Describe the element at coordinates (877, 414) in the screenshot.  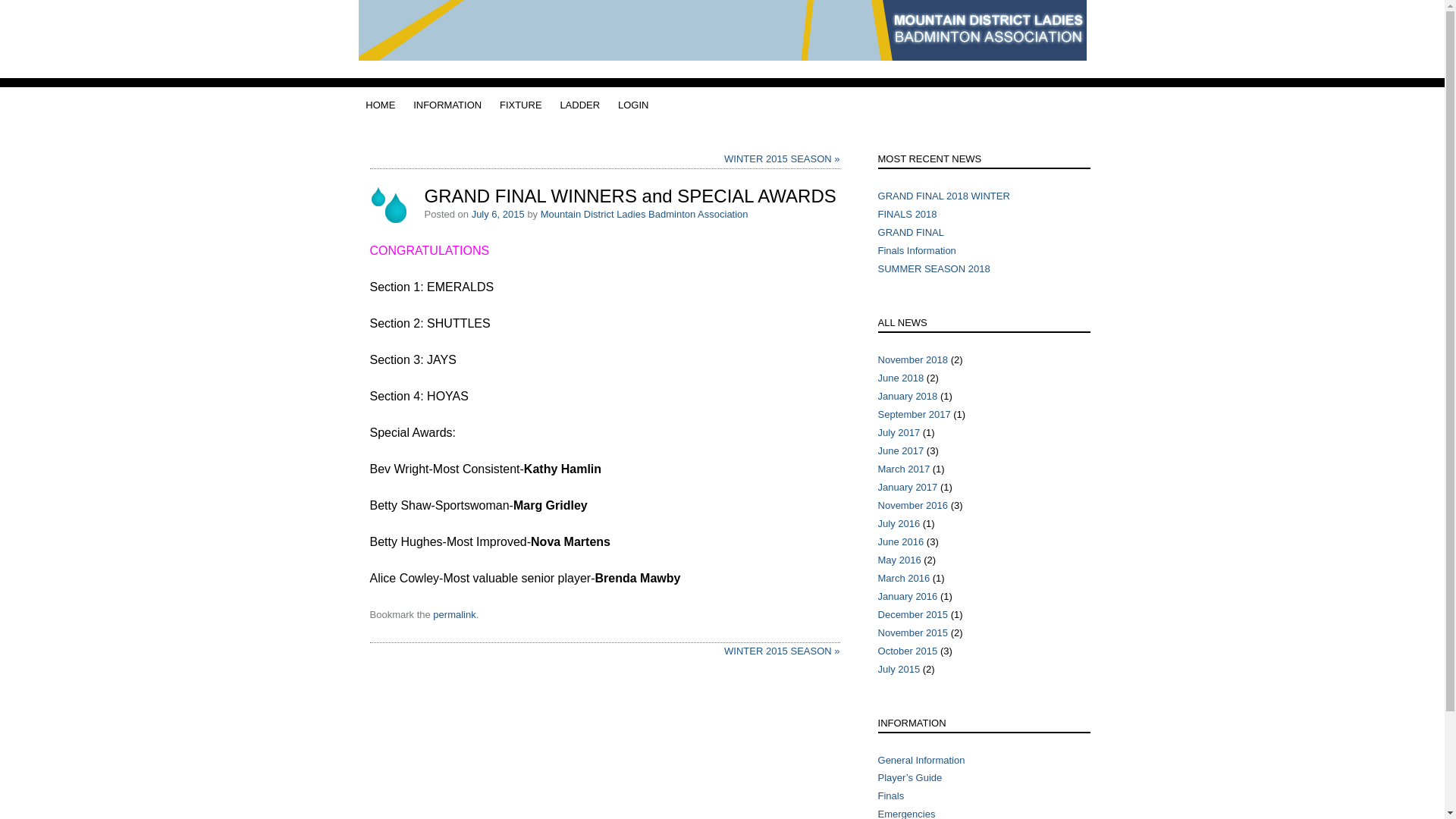
I see `'September 2017'` at that location.